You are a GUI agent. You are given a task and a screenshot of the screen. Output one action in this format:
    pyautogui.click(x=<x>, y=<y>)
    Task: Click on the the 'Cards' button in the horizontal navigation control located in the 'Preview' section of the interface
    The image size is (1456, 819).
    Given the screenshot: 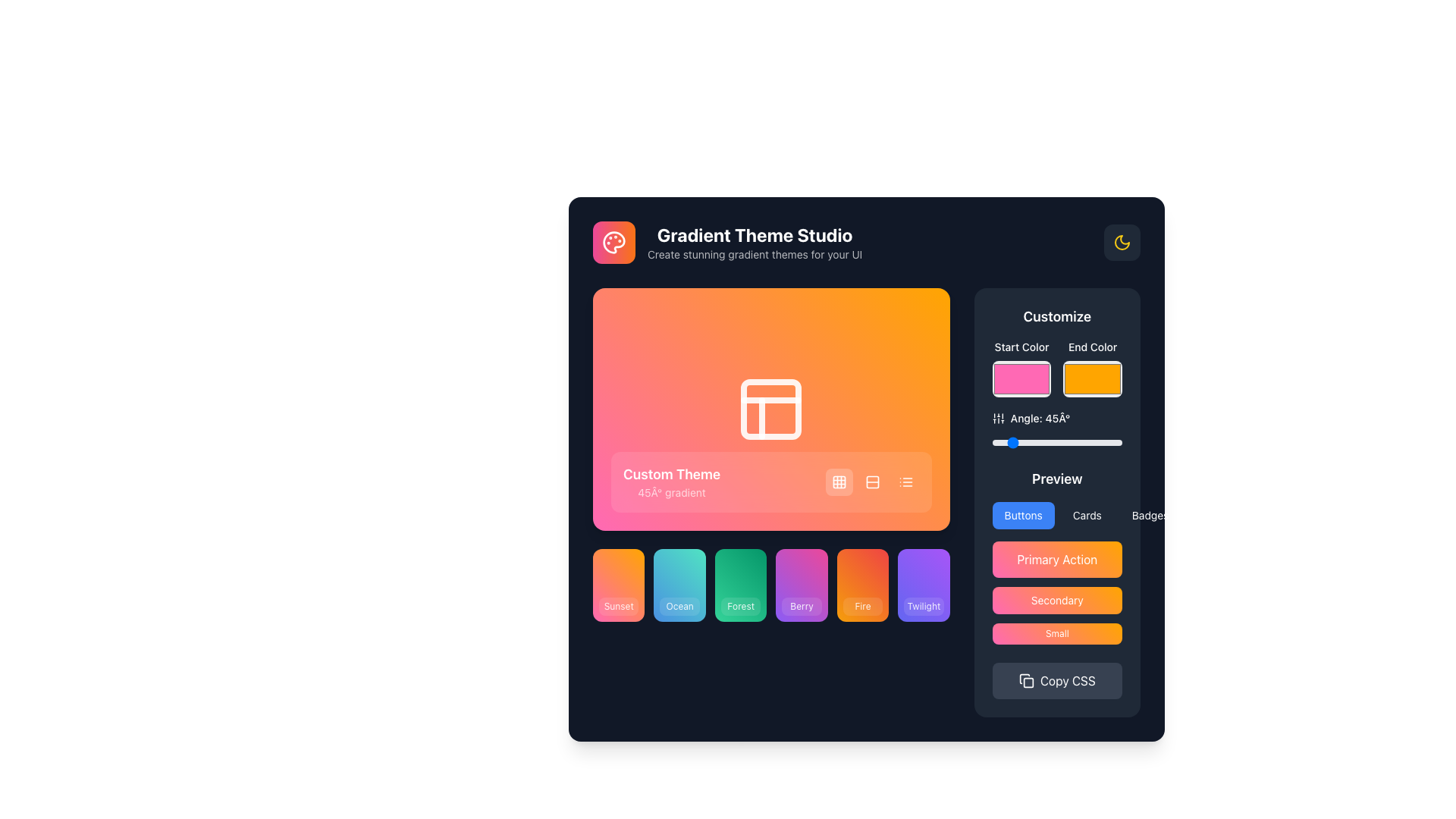 What is the action you would take?
    pyautogui.click(x=1056, y=514)
    